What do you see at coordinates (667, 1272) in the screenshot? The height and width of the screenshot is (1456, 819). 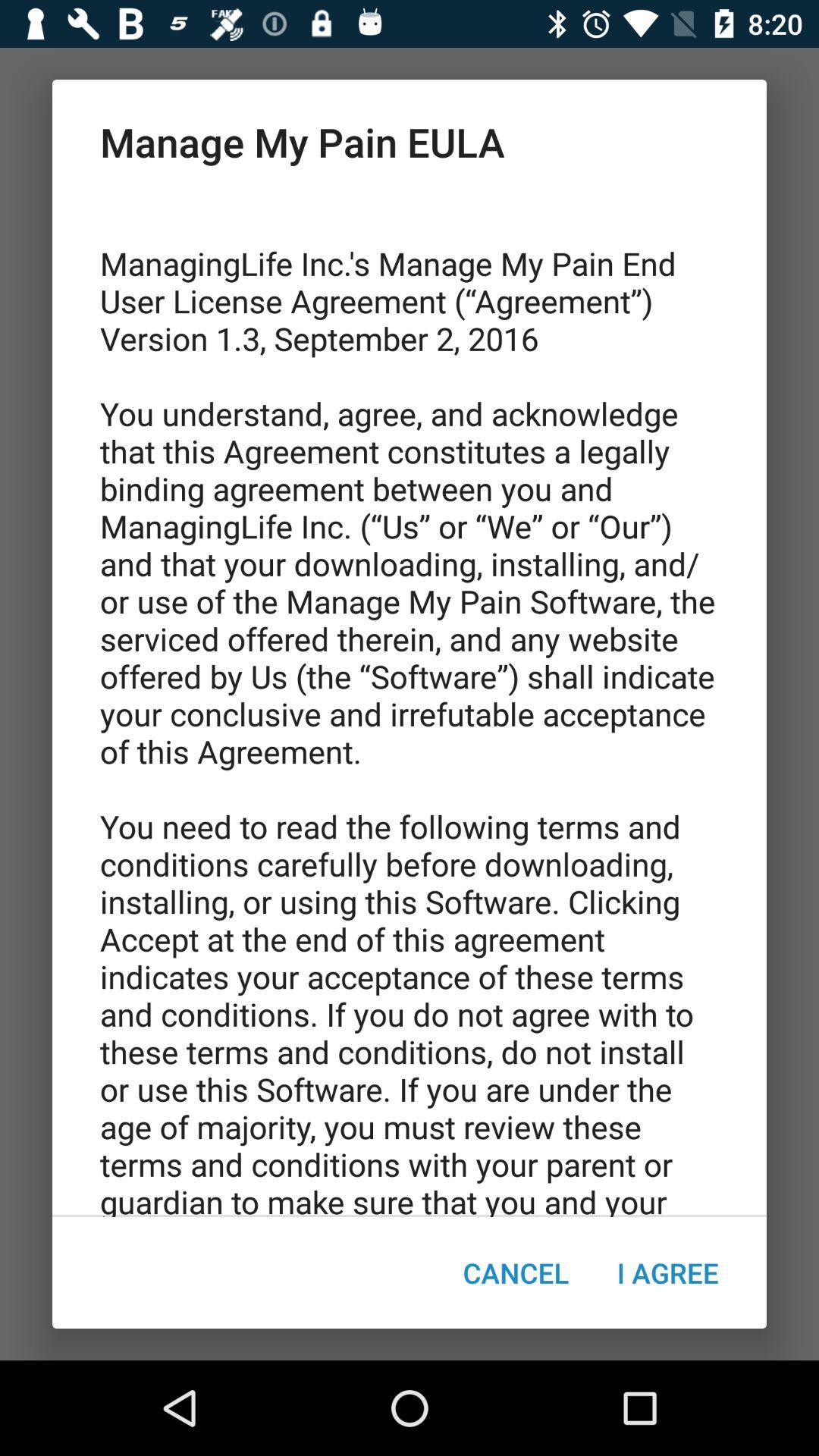 I see `item next to cancel icon` at bounding box center [667, 1272].